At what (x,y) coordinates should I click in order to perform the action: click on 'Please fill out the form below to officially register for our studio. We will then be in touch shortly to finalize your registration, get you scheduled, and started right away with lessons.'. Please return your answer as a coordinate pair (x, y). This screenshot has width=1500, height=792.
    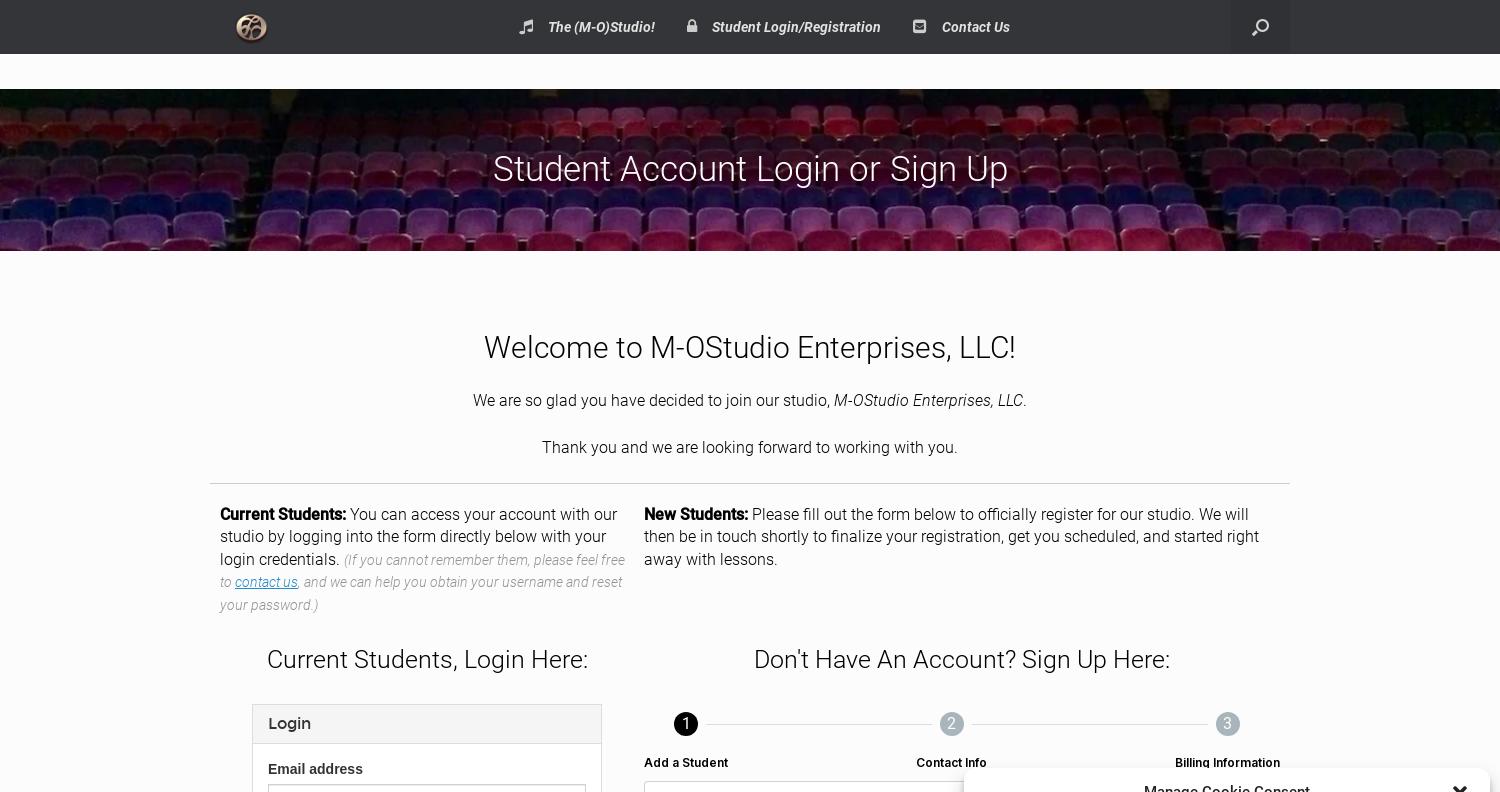
    Looking at the image, I should click on (950, 535).